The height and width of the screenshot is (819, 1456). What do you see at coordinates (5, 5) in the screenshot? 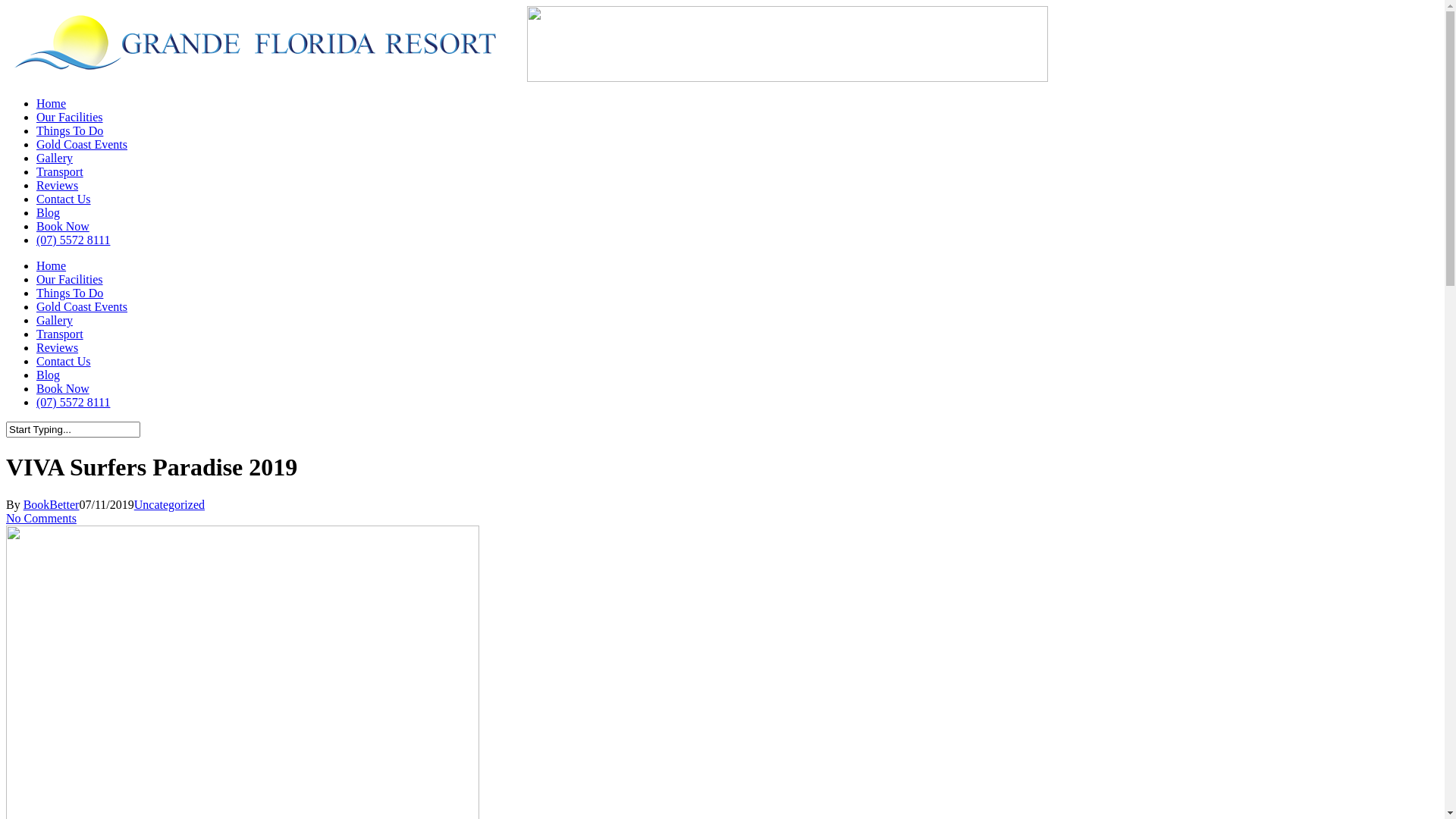
I see `'Skip to main content'` at bounding box center [5, 5].